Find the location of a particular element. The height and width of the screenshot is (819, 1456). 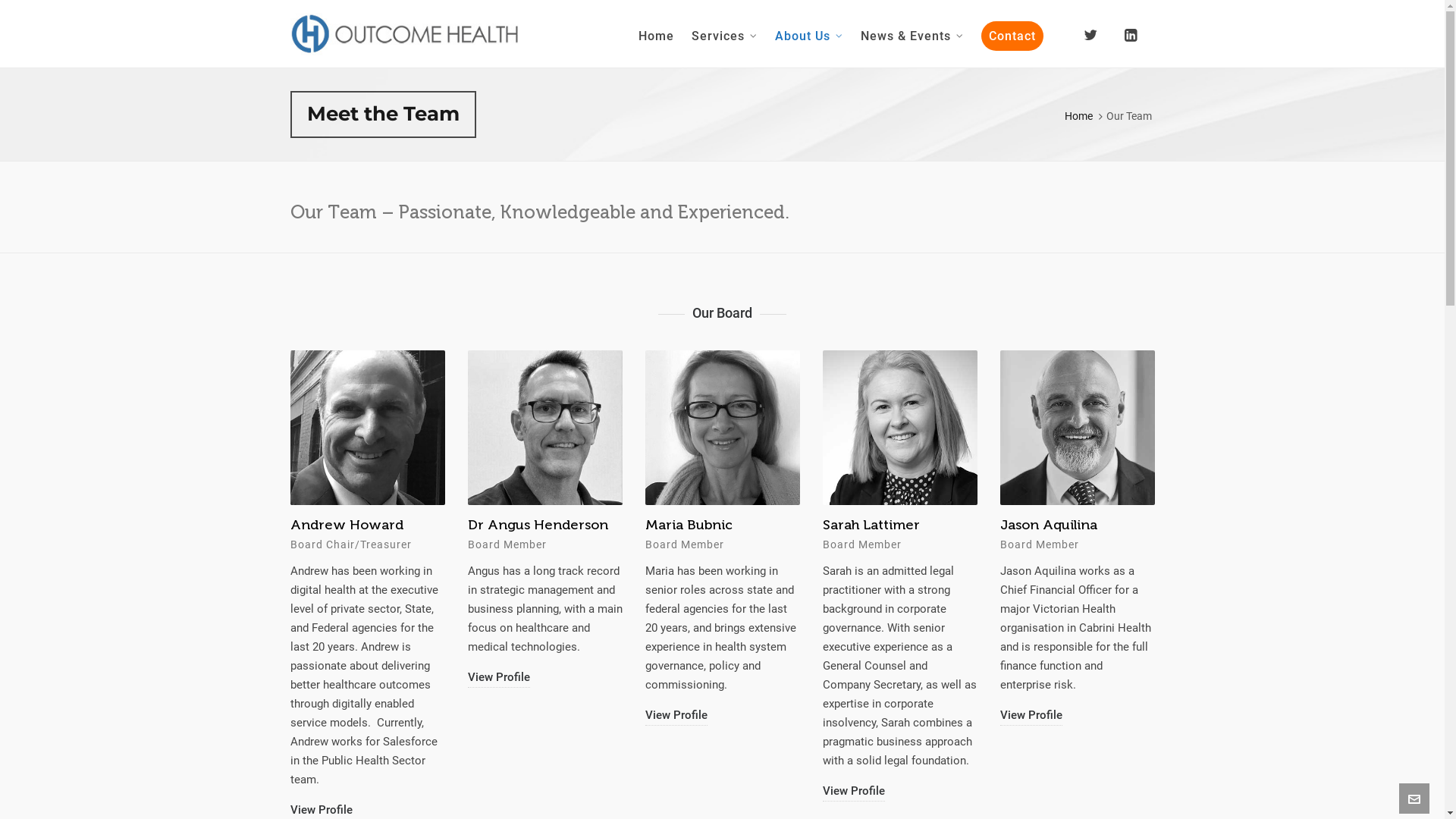

'Contact' is located at coordinates (1012, 34).